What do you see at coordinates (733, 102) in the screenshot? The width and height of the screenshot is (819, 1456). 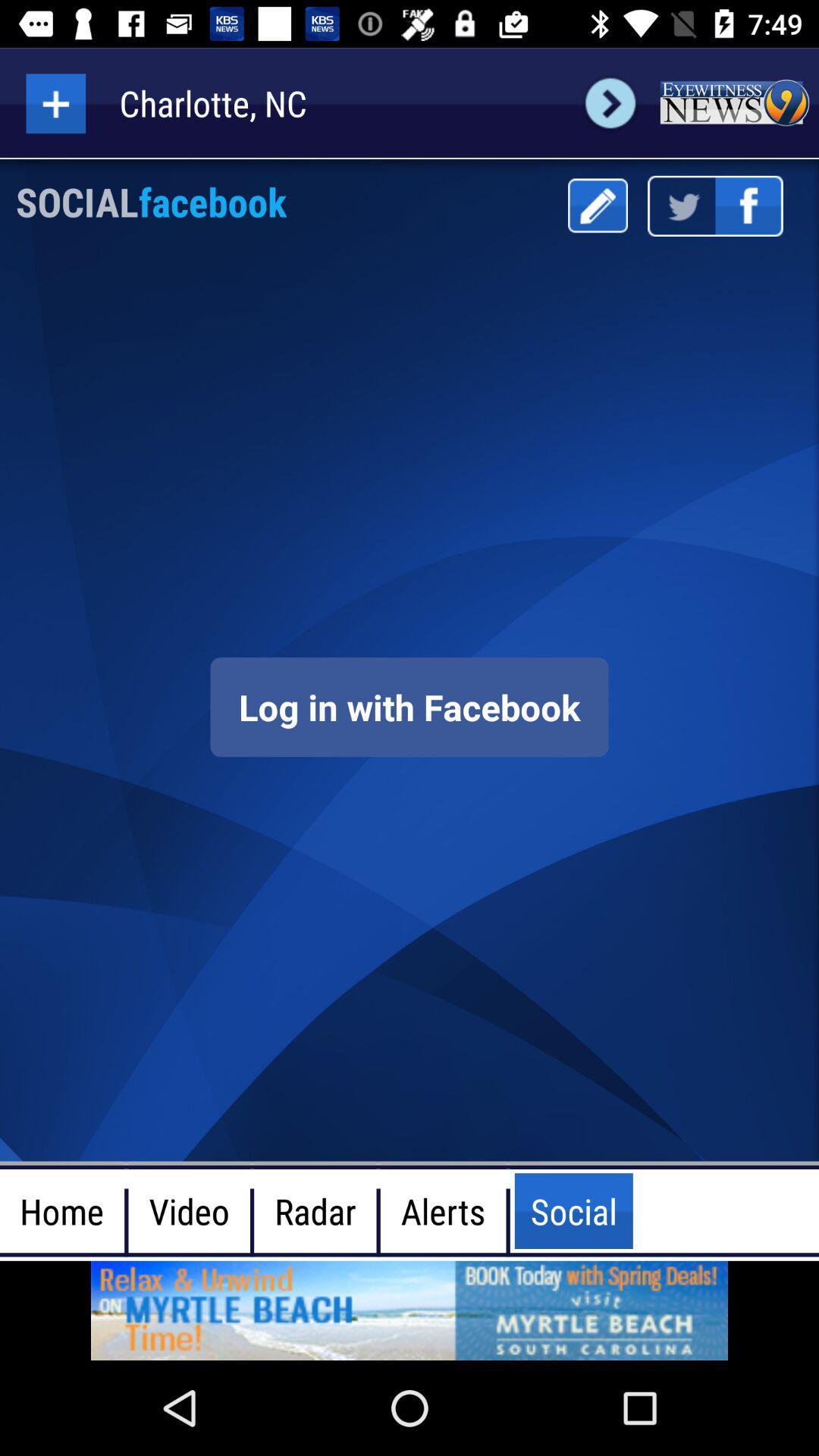 I see `news` at bounding box center [733, 102].